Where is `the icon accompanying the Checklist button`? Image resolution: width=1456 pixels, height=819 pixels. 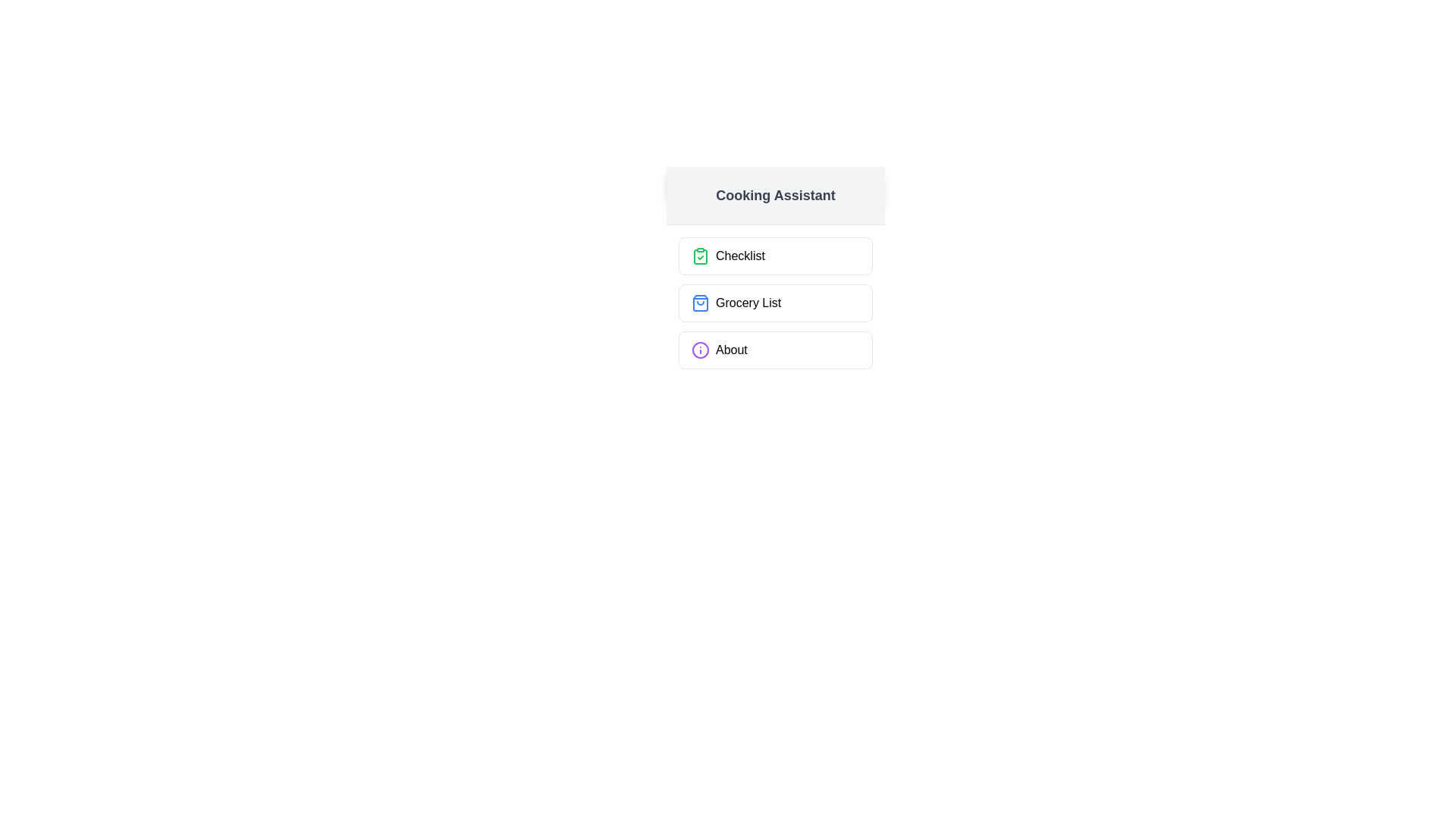 the icon accompanying the Checklist button is located at coordinates (700, 256).